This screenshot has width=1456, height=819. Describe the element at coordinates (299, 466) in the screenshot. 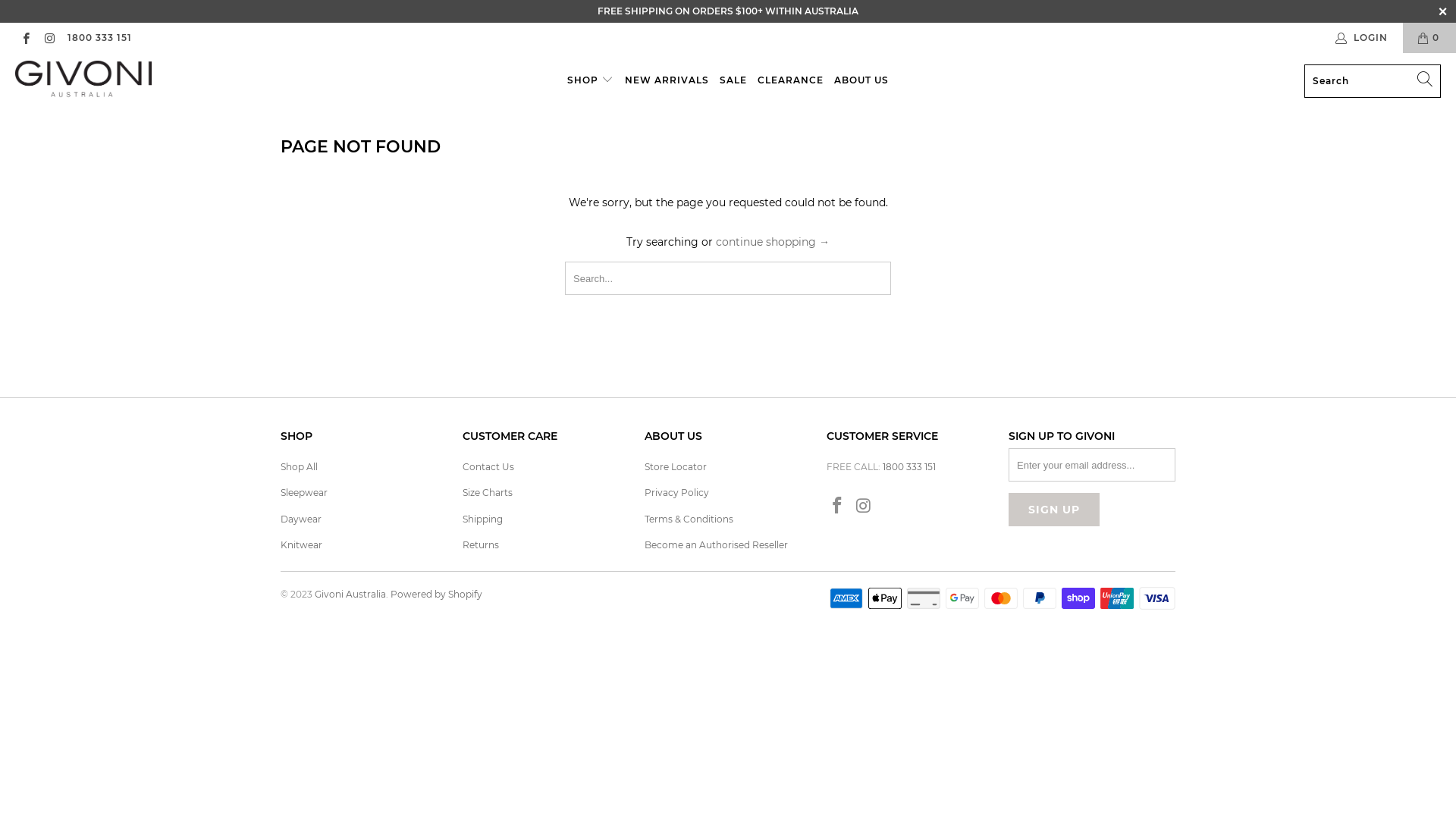

I see `'Shop All'` at that location.